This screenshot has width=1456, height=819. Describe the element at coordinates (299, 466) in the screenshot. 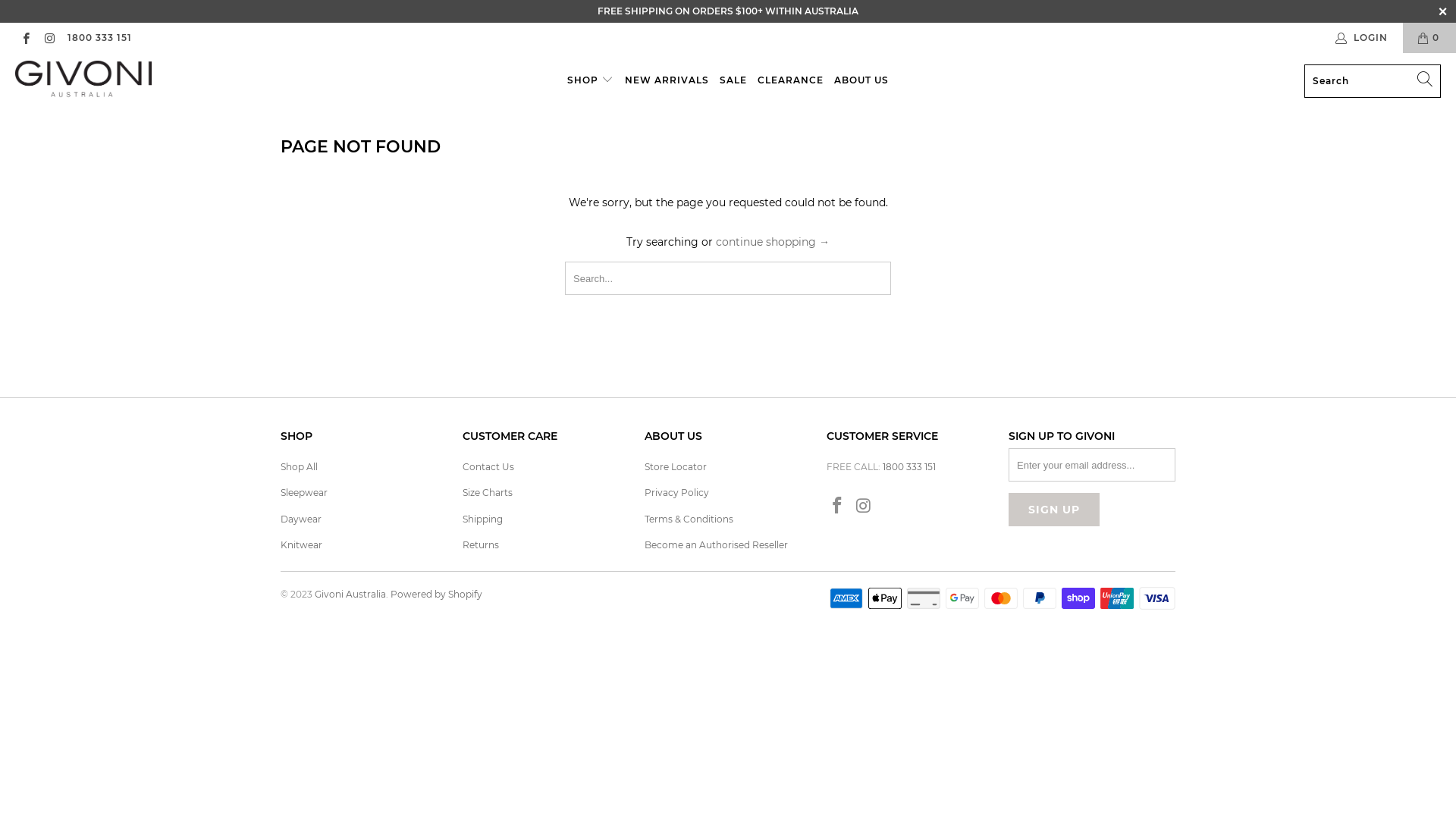

I see `'Shop All'` at that location.